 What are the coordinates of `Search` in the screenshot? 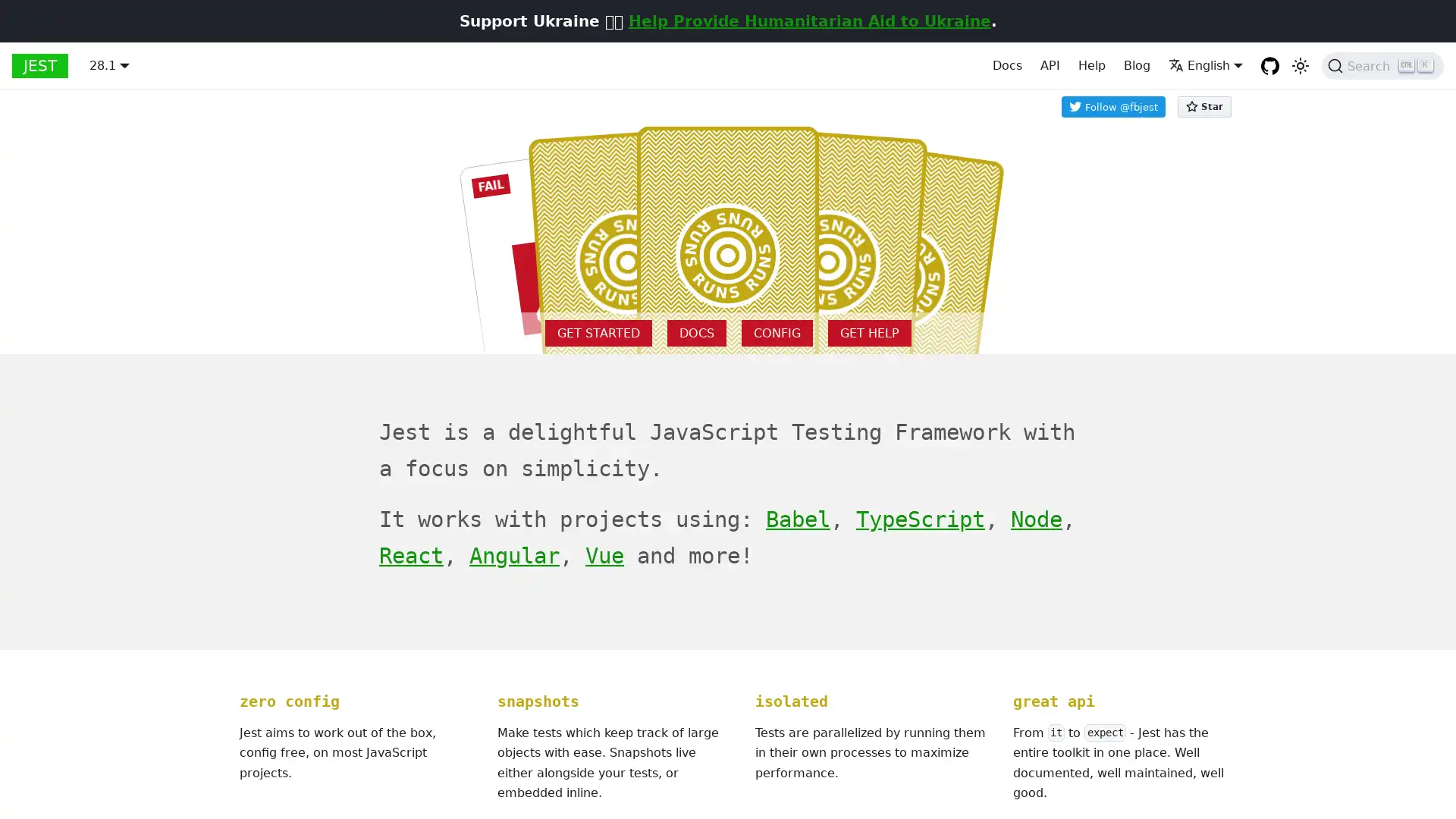 It's located at (1382, 65).